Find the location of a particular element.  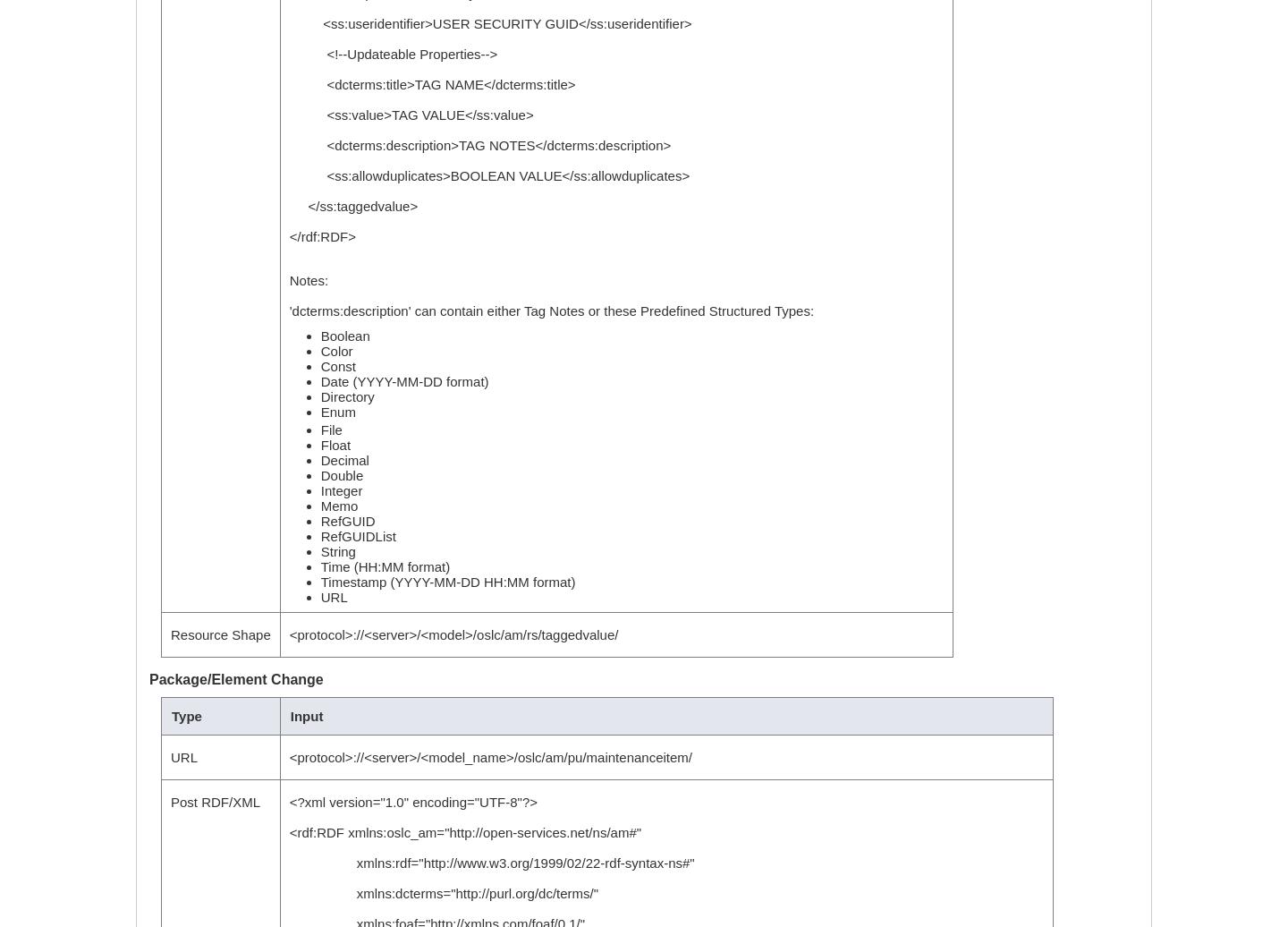

''dcterms:description' can contain either Tag Notes or these Predefined Structured Types:' is located at coordinates (288, 310).